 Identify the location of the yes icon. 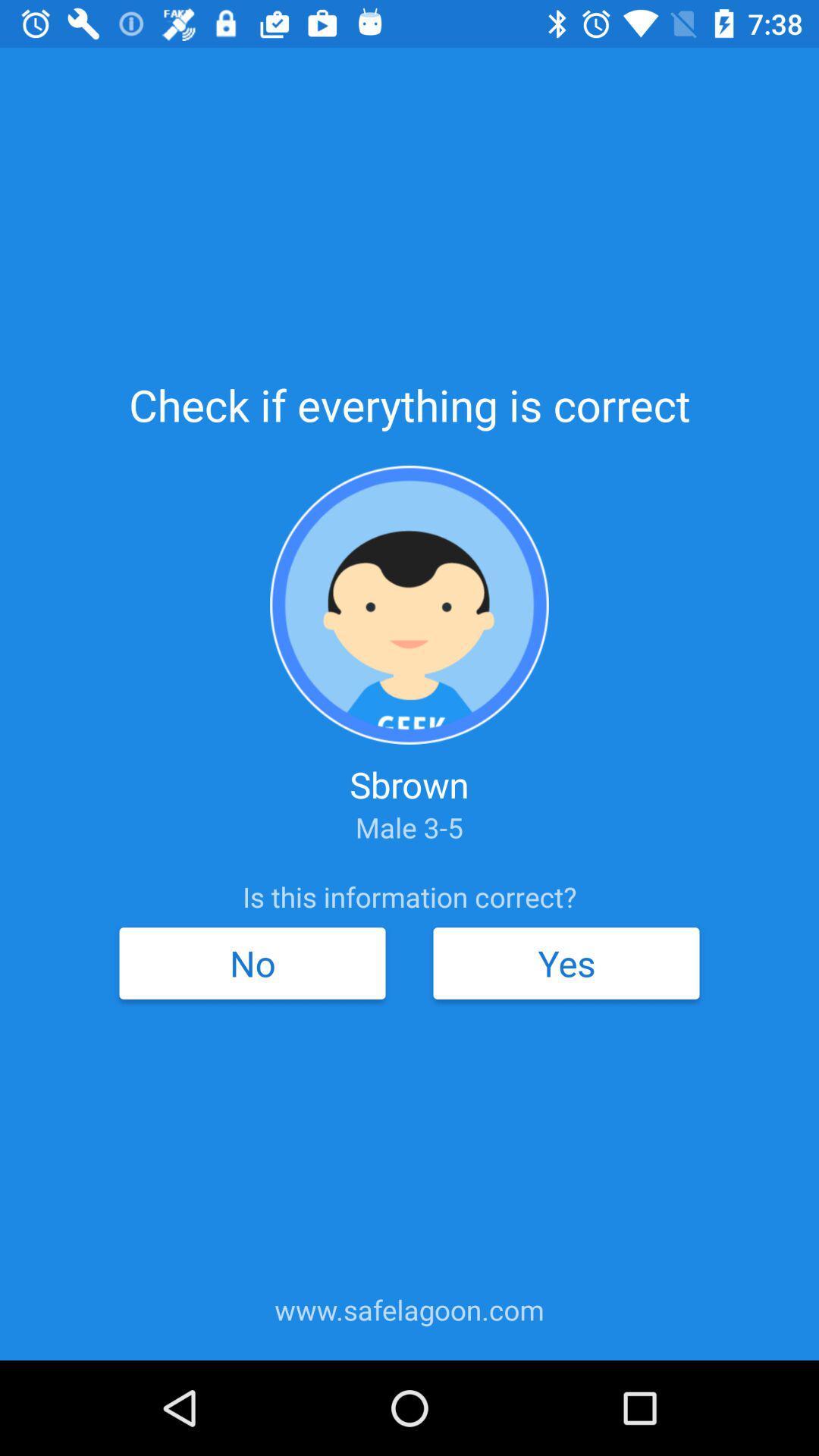
(566, 962).